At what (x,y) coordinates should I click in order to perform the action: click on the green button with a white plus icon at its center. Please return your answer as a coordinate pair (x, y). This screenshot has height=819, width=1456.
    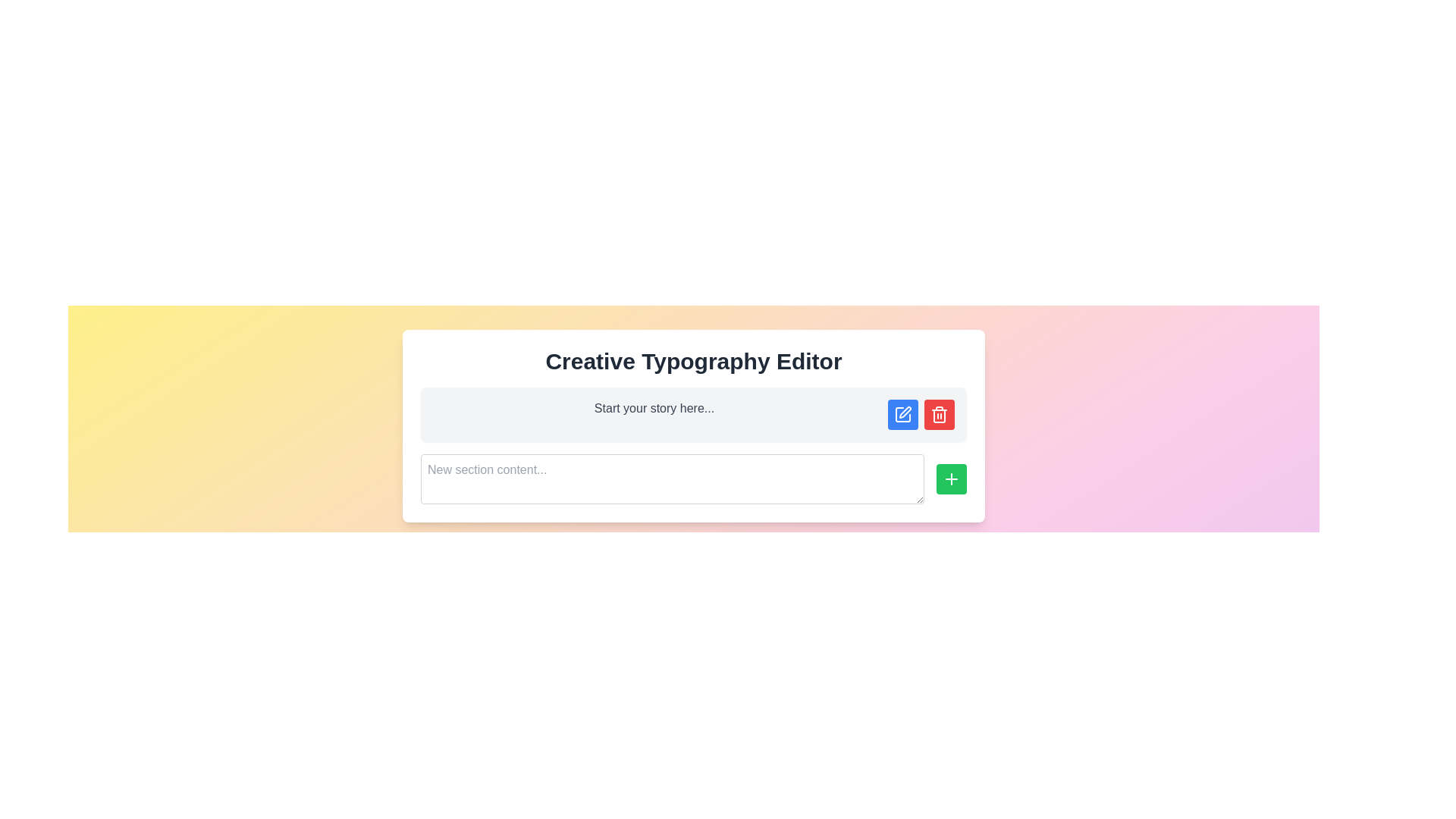
    Looking at the image, I should click on (950, 479).